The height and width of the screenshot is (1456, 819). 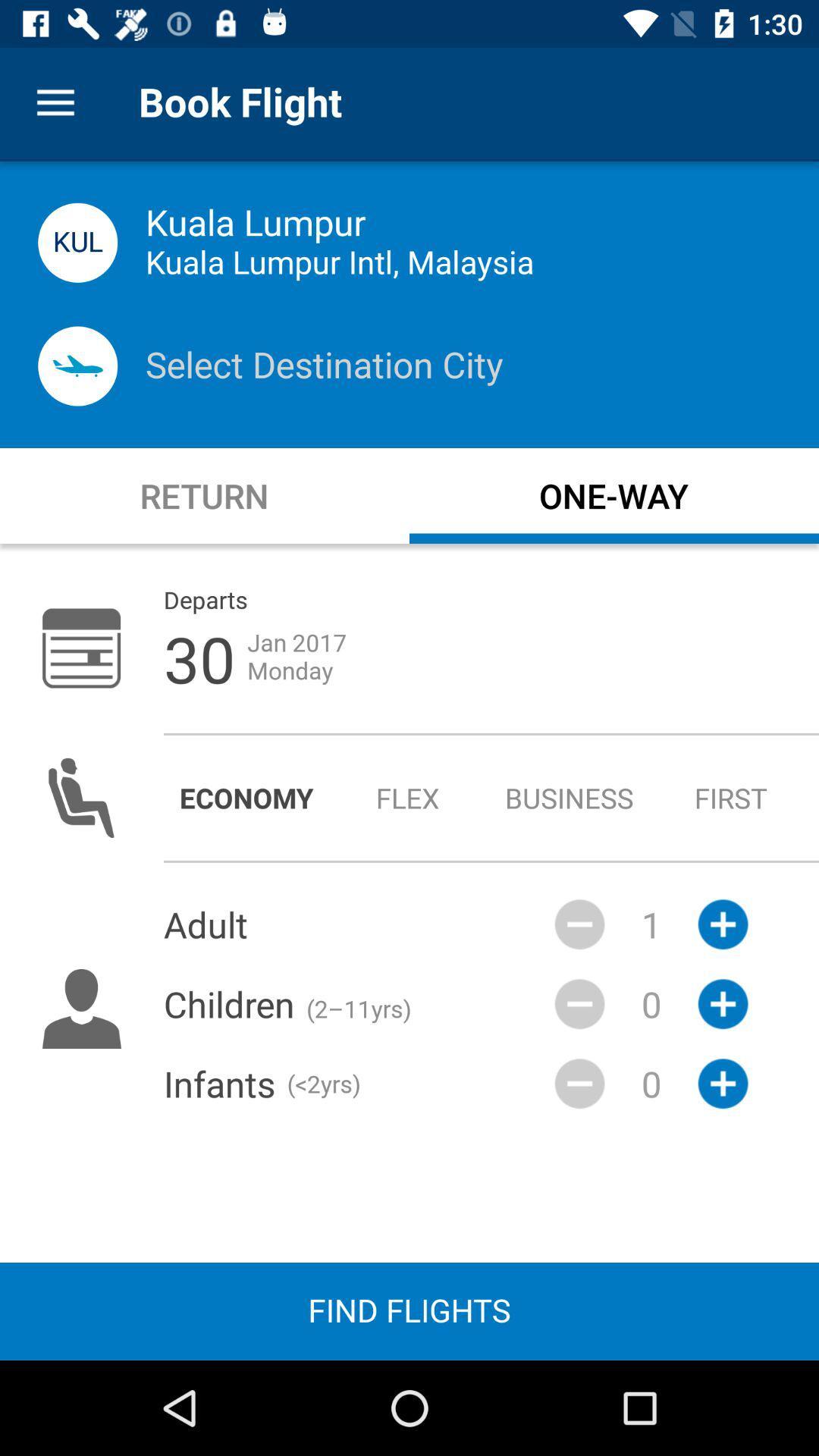 What do you see at coordinates (730, 797) in the screenshot?
I see `the item to the right of the business icon` at bounding box center [730, 797].